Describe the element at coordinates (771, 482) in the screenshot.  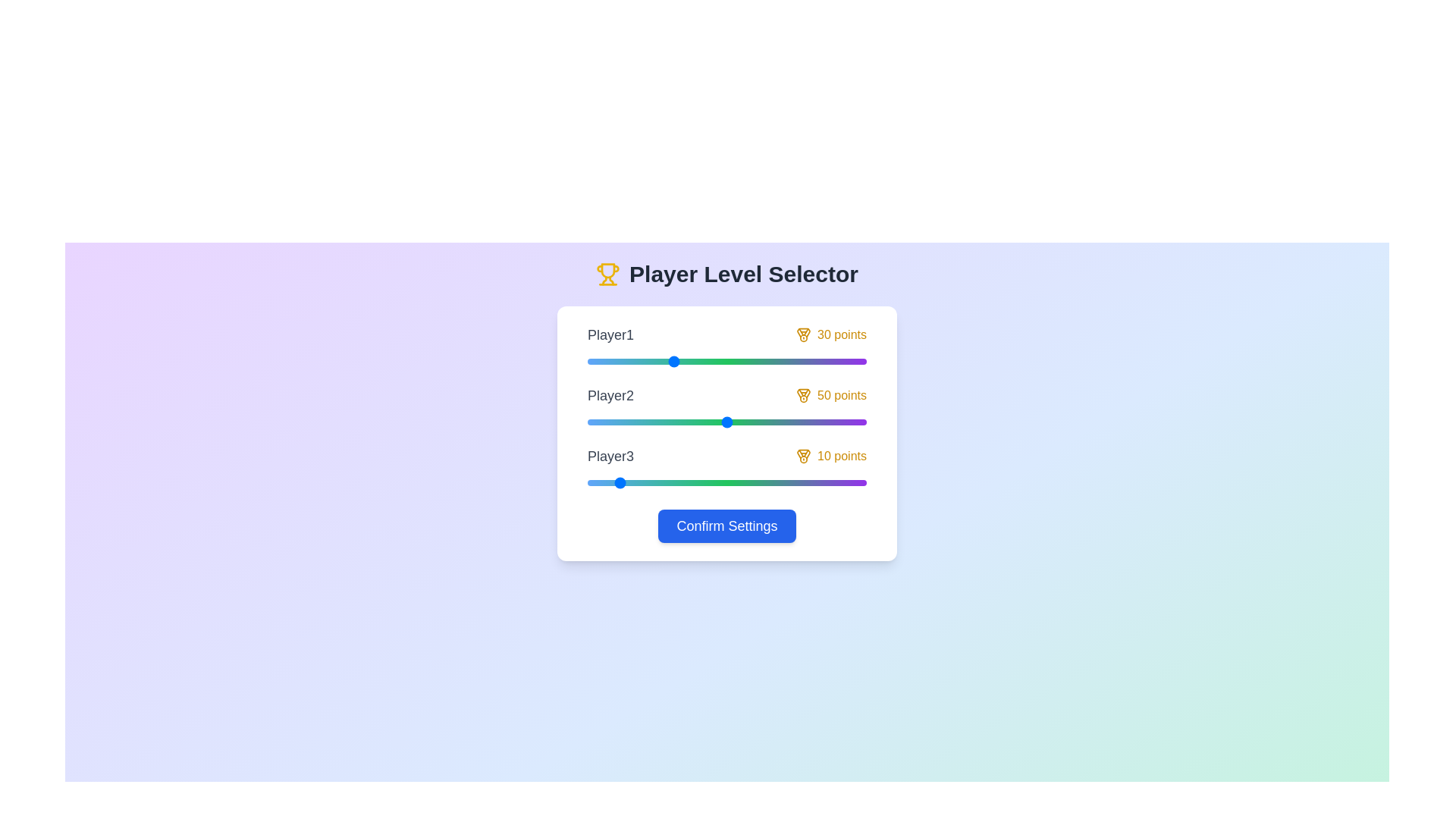
I see `the slider for Player3 to set their level to 66` at that location.